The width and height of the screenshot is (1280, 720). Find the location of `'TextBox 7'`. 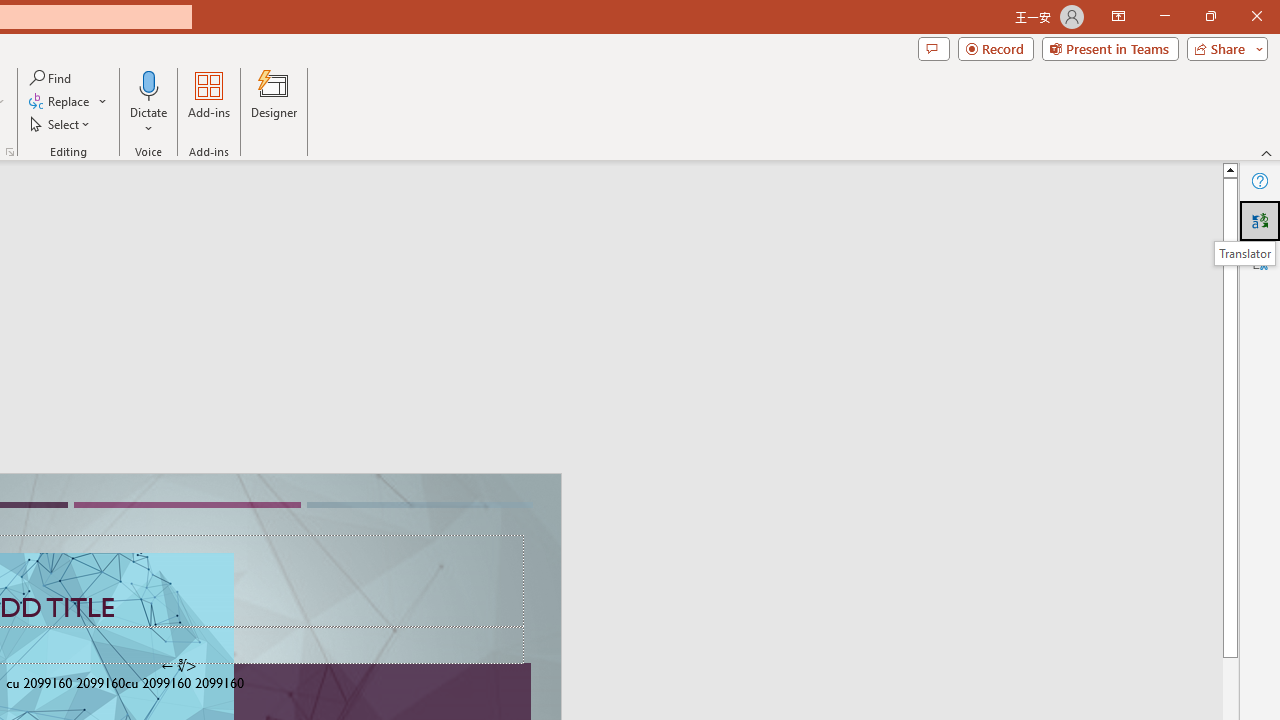

'TextBox 7' is located at coordinates (179, 666).